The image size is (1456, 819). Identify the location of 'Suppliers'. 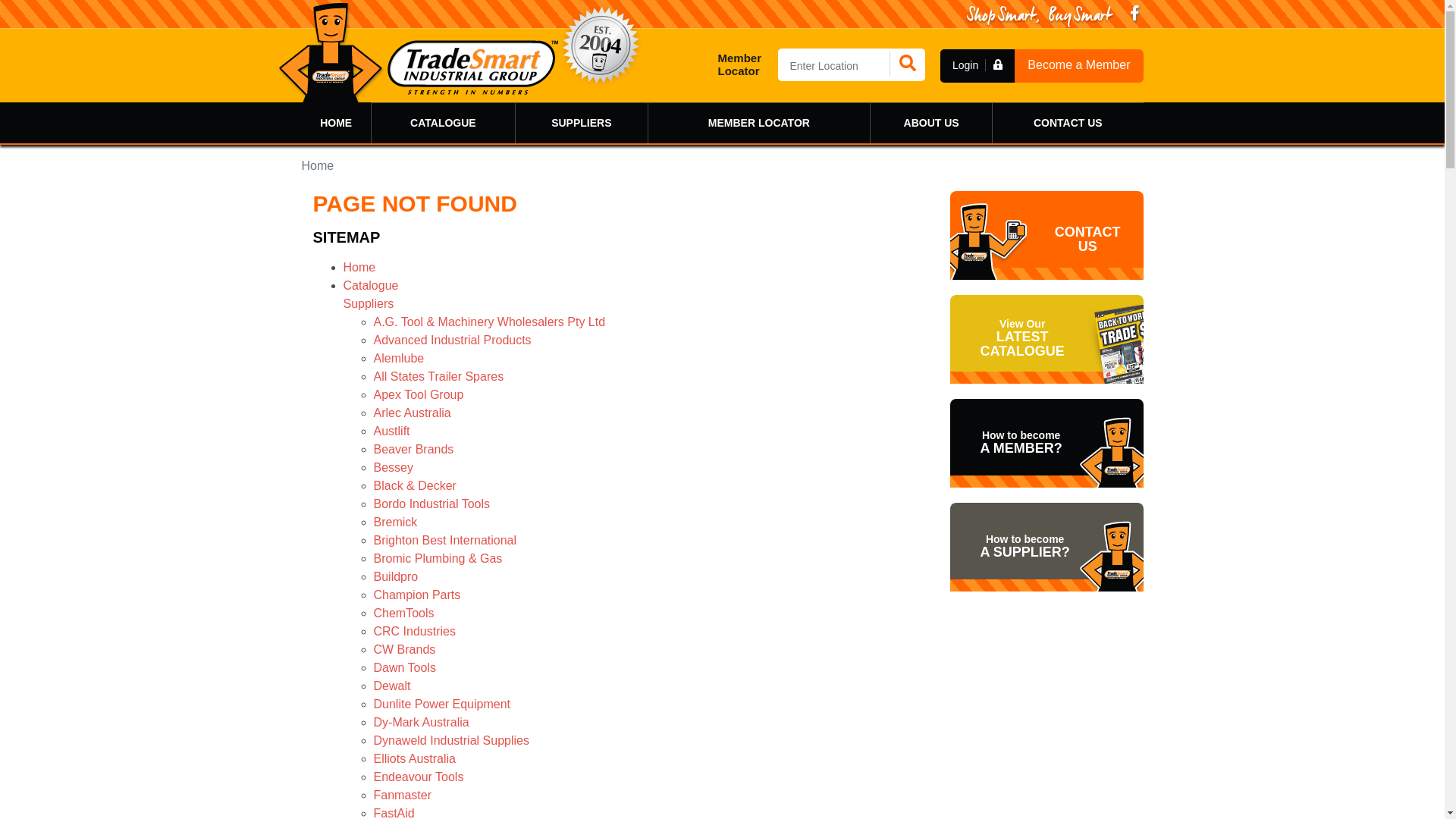
(341, 303).